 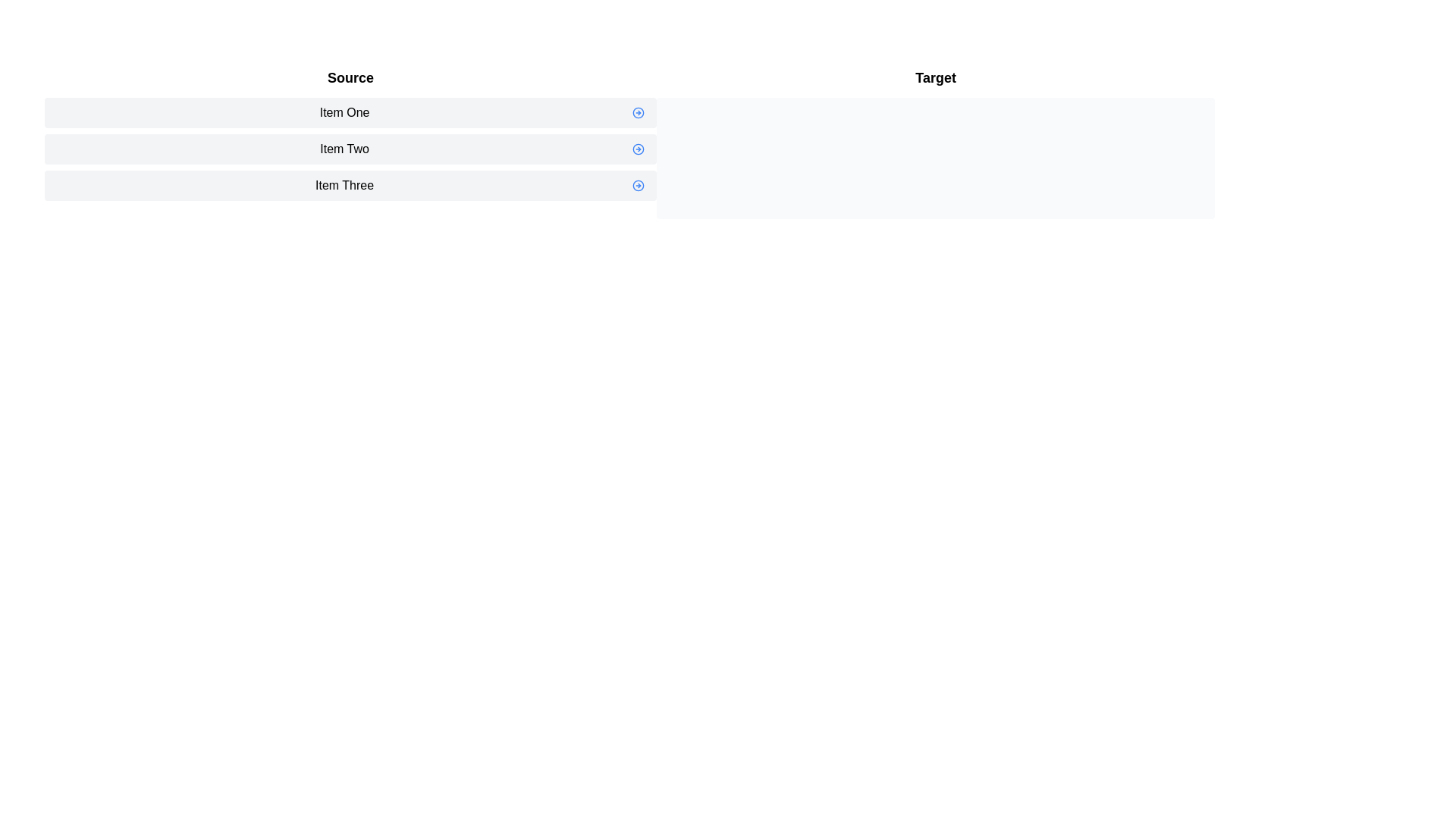 What do you see at coordinates (350, 133) in the screenshot?
I see `the middle item labeled 'Item Two' in the selectable list within the 'Source' section on the left side of the interface` at bounding box center [350, 133].